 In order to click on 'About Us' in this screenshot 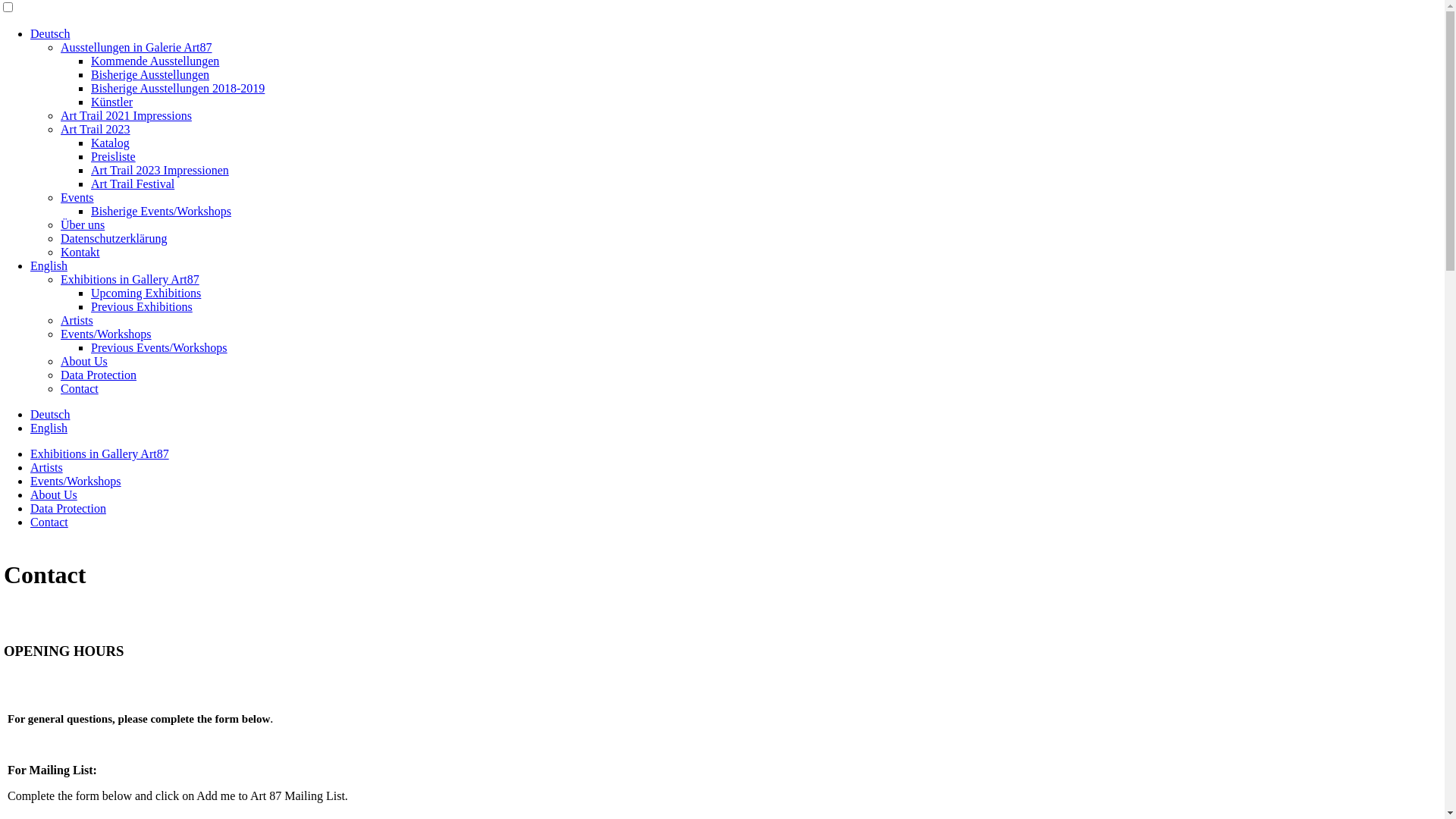, I will do `click(30, 494)`.